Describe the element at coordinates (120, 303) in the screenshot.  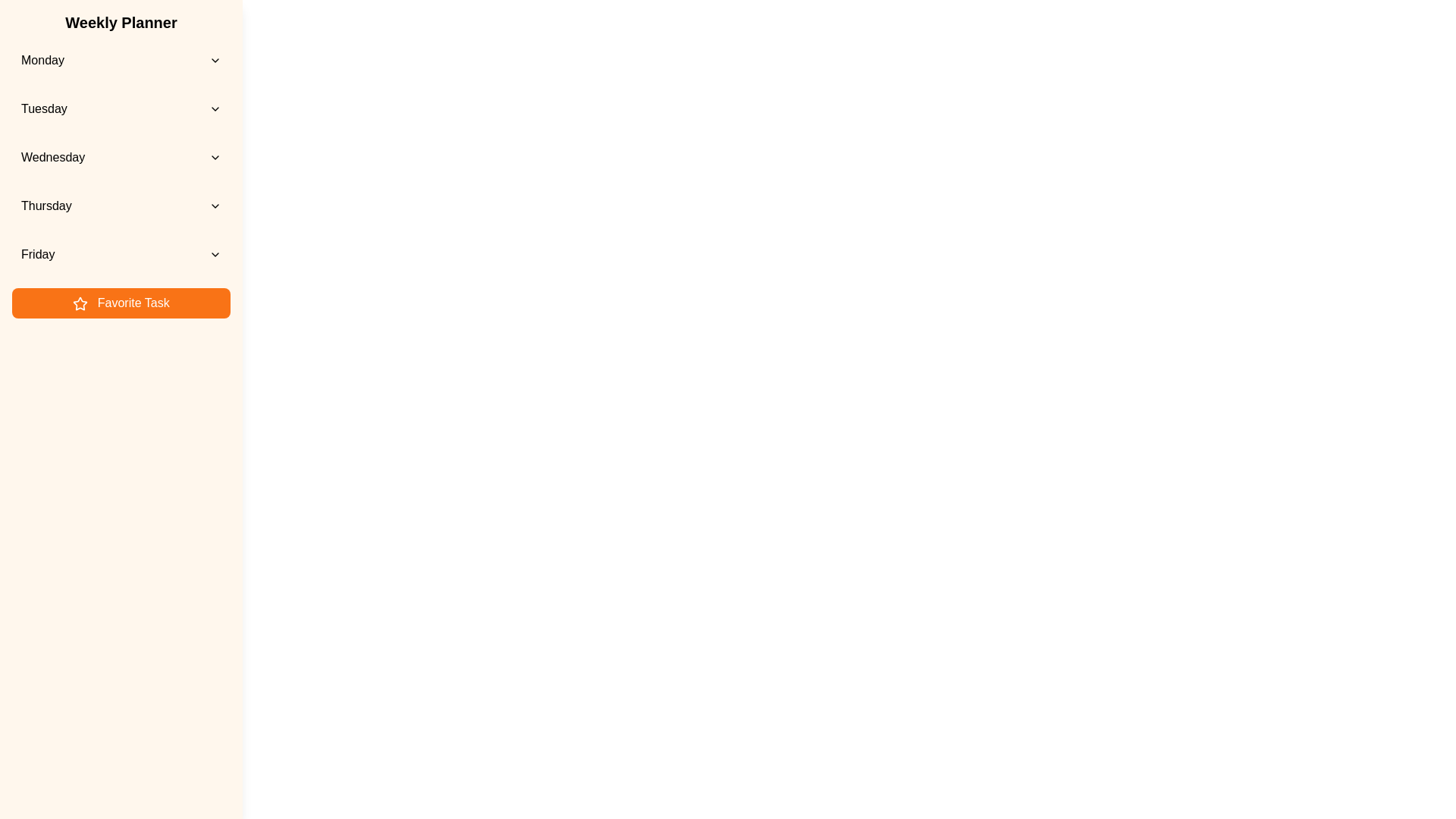
I see `the 'Favorite Task' button to perform its action` at that location.